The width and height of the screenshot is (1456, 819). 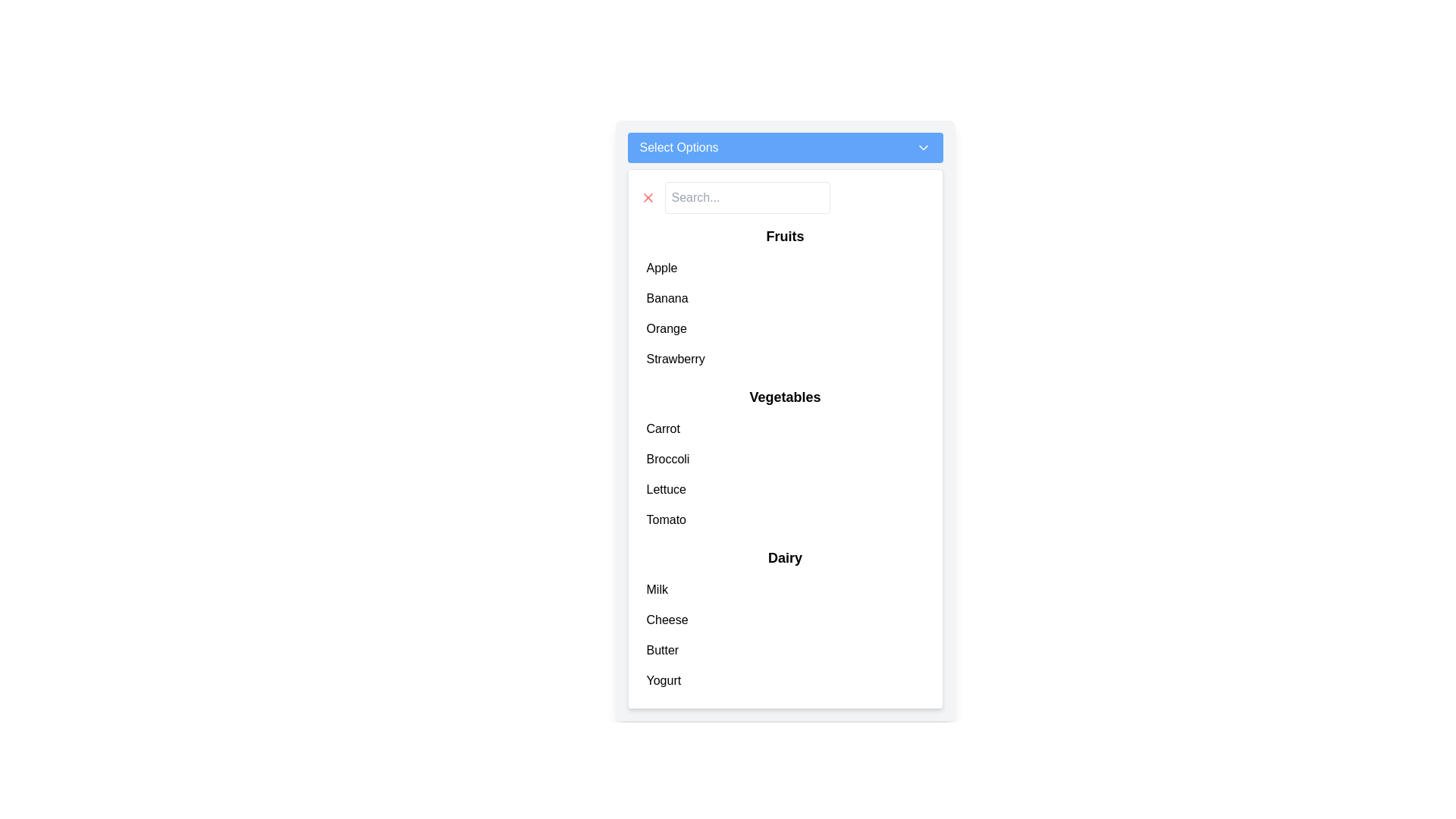 What do you see at coordinates (663, 429) in the screenshot?
I see `the 'Carrot' label, which is the first item under the 'Vegetables' subheading in the dropdown menu` at bounding box center [663, 429].